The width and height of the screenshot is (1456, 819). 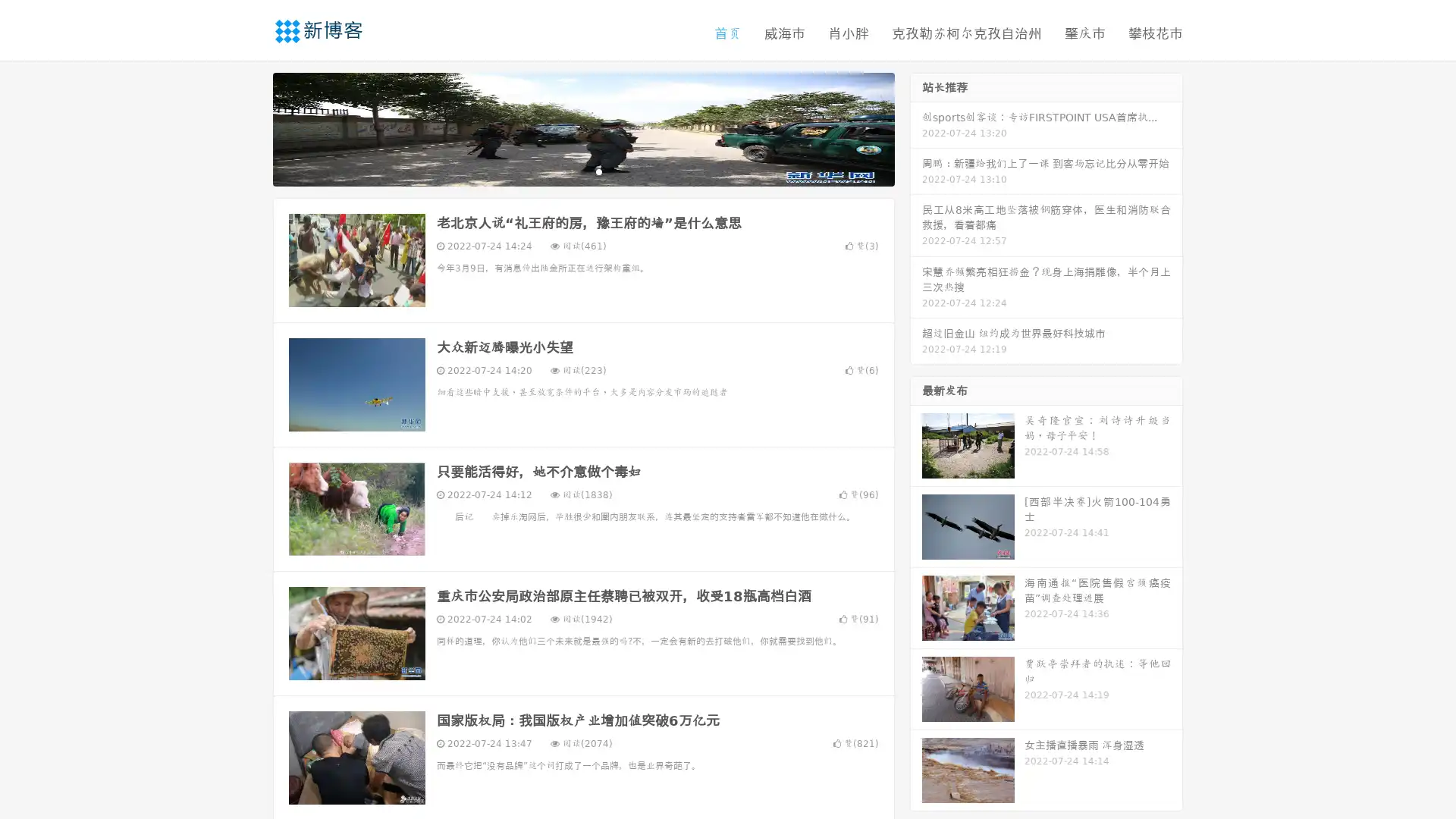 I want to click on Previous slide, so click(x=250, y=127).